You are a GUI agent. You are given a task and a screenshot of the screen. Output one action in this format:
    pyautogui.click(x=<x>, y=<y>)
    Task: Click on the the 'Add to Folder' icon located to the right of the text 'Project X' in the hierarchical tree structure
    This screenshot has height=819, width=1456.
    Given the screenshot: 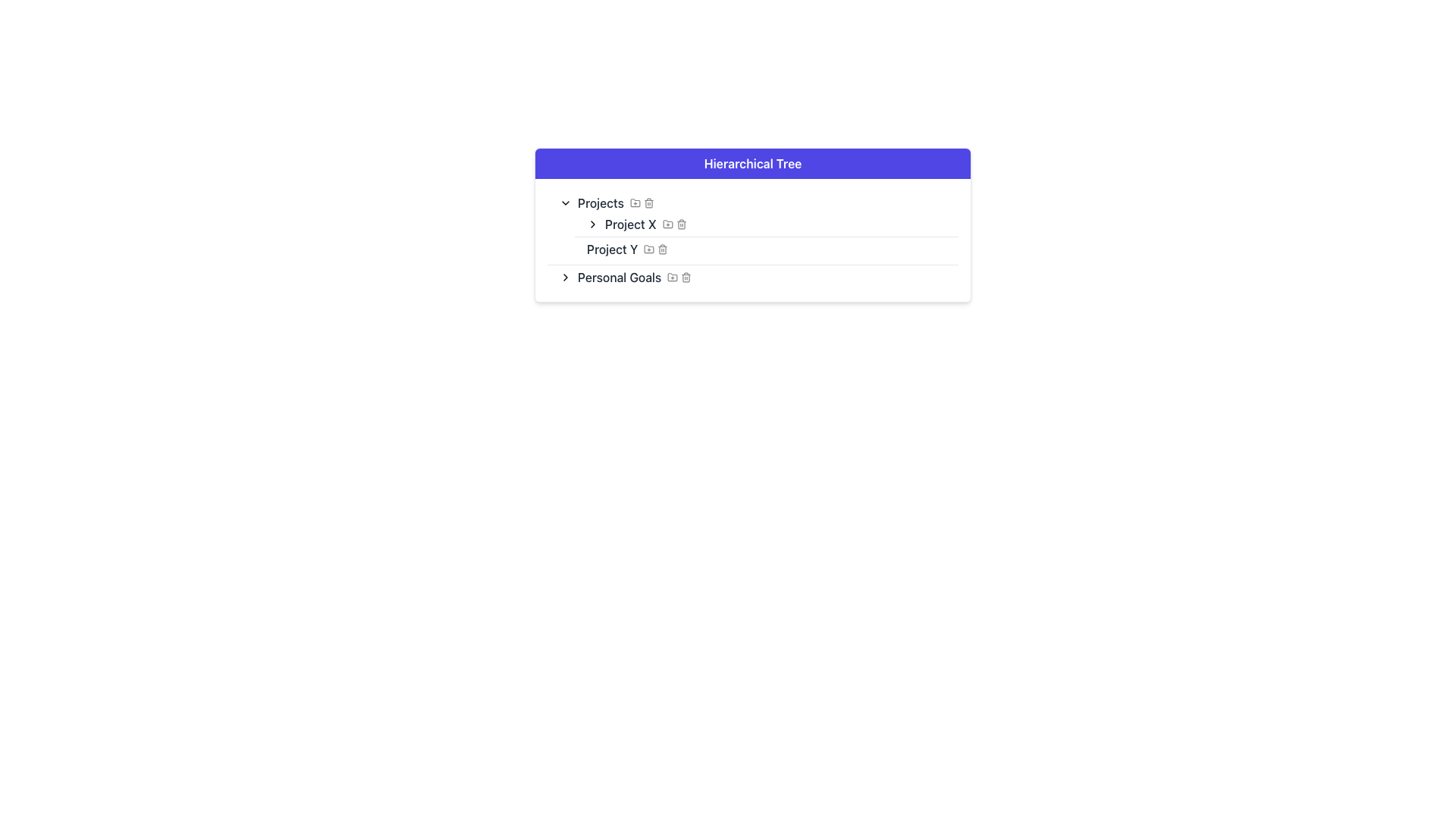 What is the action you would take?
    pyautogui.click(x=667, y=224)
    